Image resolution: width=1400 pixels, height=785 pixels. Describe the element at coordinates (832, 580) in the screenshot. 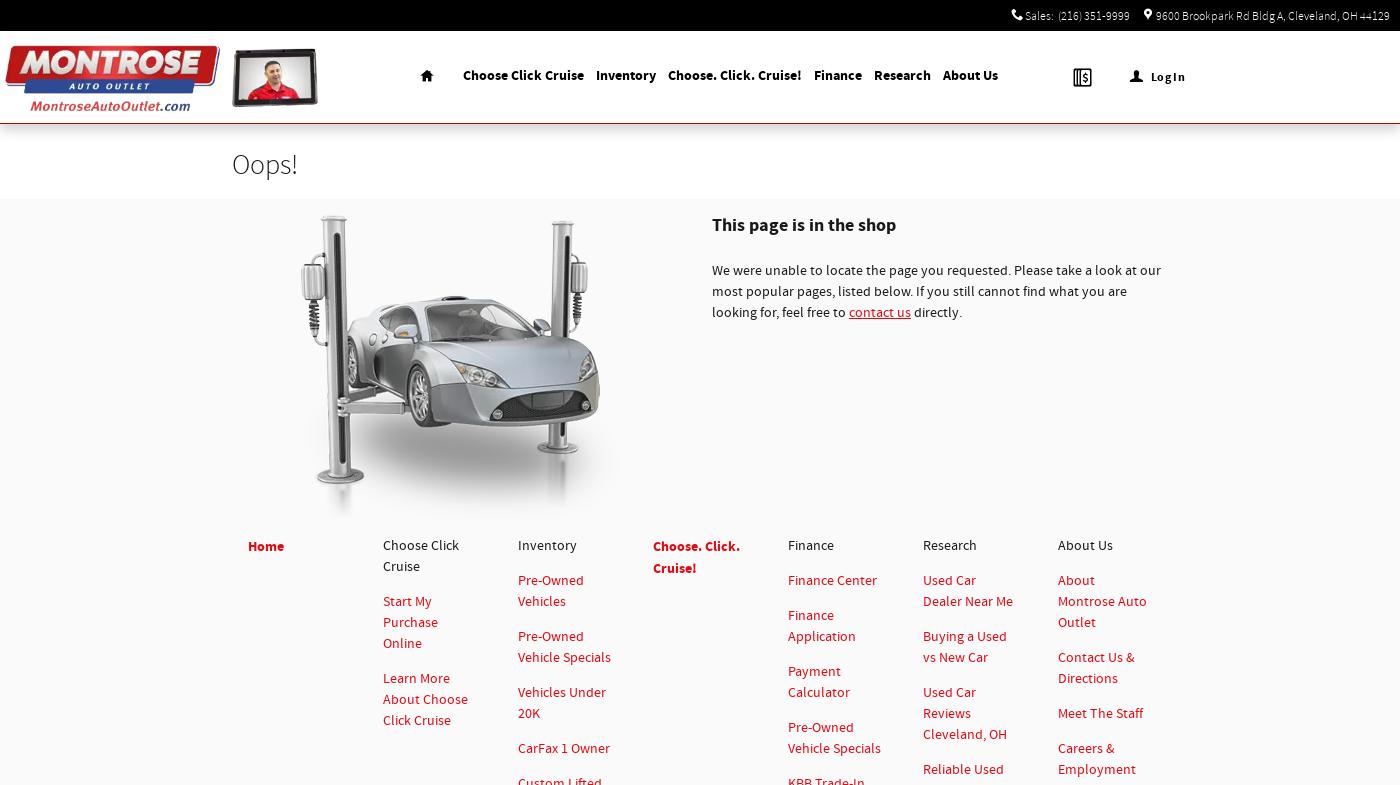

I see `'Finance Center'` at that location.